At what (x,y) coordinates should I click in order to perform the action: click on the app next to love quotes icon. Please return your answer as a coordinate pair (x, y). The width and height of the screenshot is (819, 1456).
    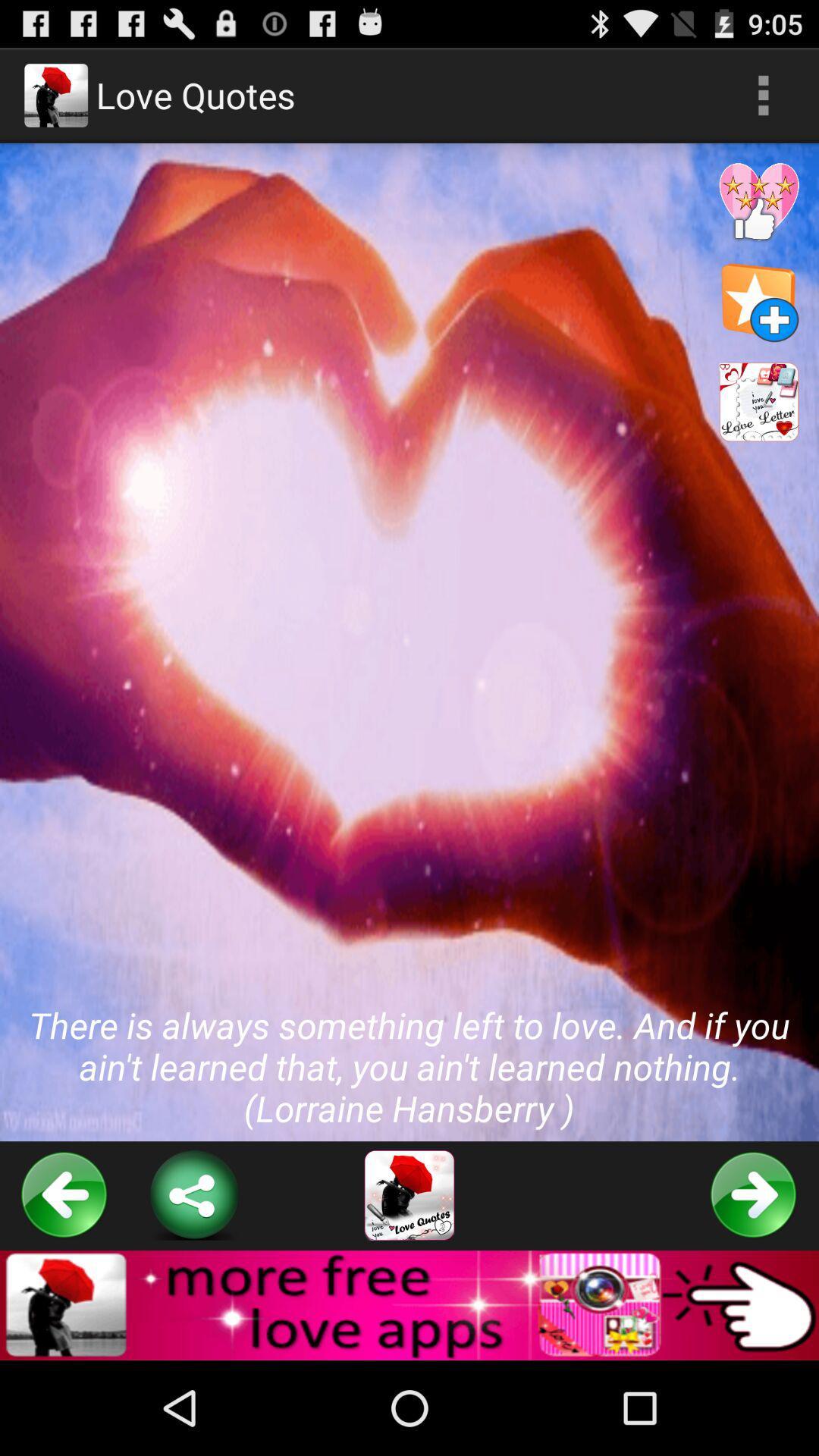
    Looking at the image, I should click on (763, 94).